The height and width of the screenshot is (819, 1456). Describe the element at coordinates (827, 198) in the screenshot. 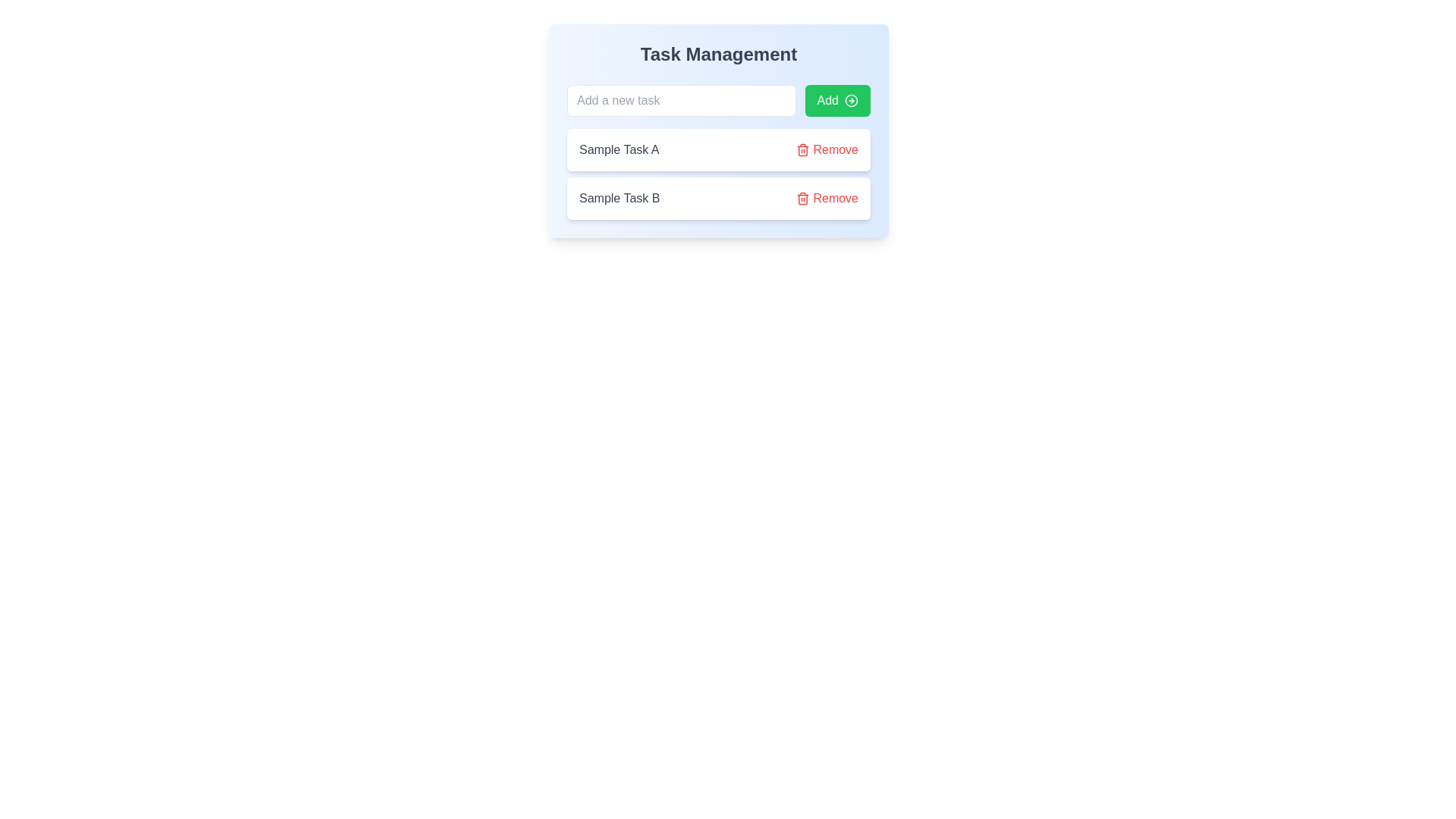

I see `the second 'Remove' button associated with 'Sample Task B'` at that location.